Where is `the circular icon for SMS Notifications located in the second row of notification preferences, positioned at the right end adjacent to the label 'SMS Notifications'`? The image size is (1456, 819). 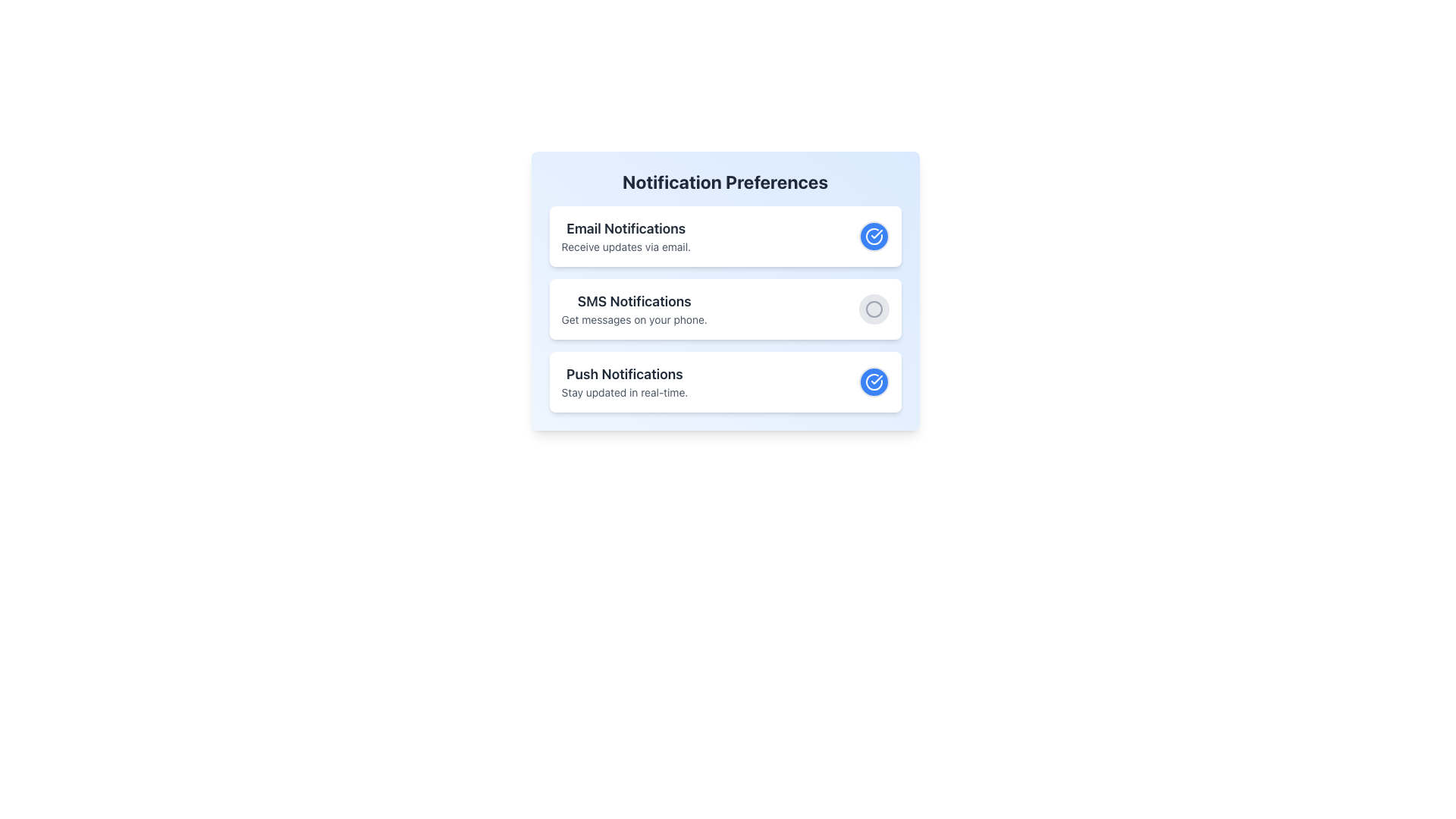
the circular icon for SMS Notifications located in the second row of notification preferences, positioned at the right end adjacent to the label 'SMS Notifications' is located at coordinates (874, 309).